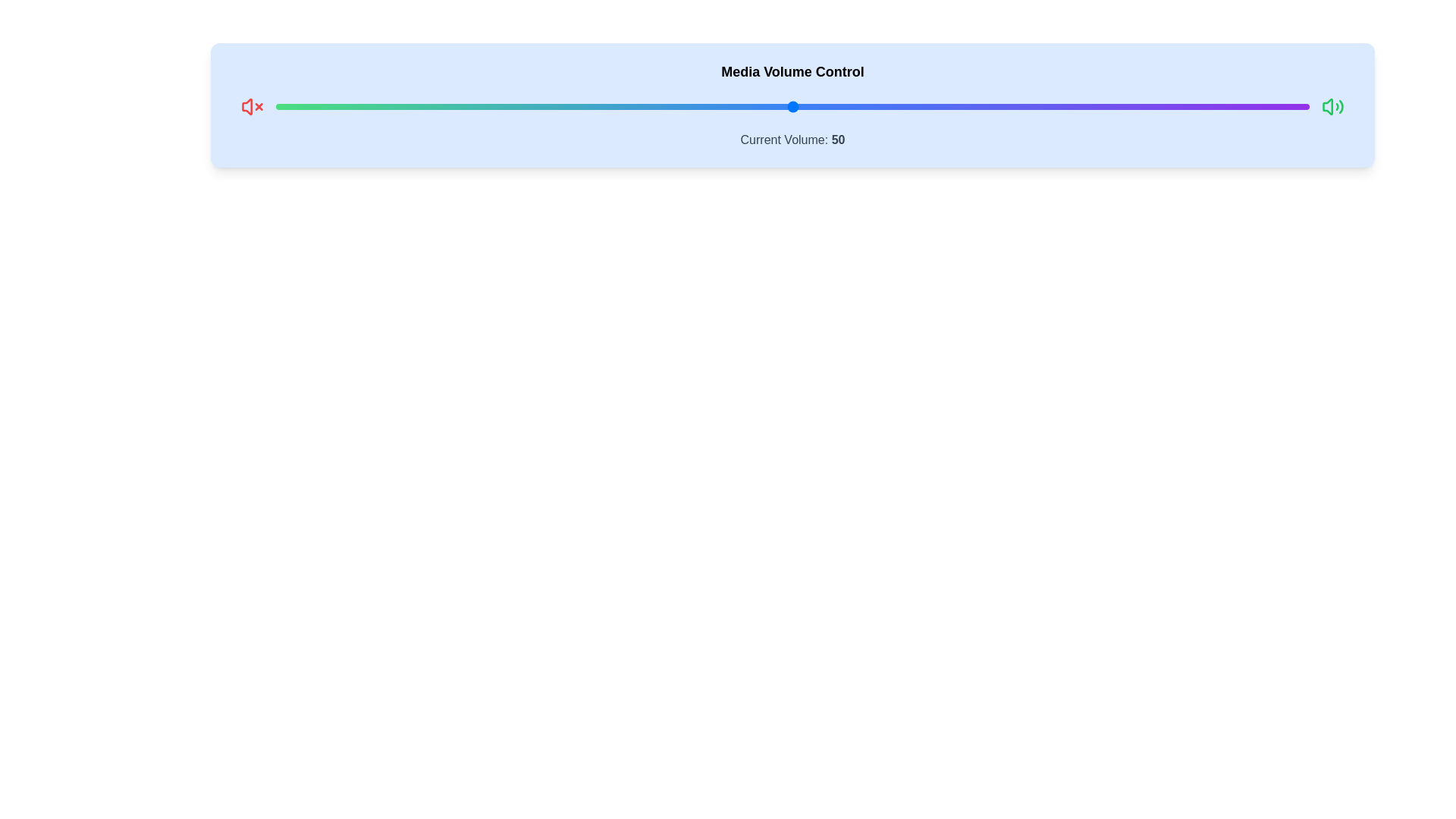  Describe the element at coordinates (1332, 106) in the screenshot. I see `the loudspeaker icon to explore its response` at that location.